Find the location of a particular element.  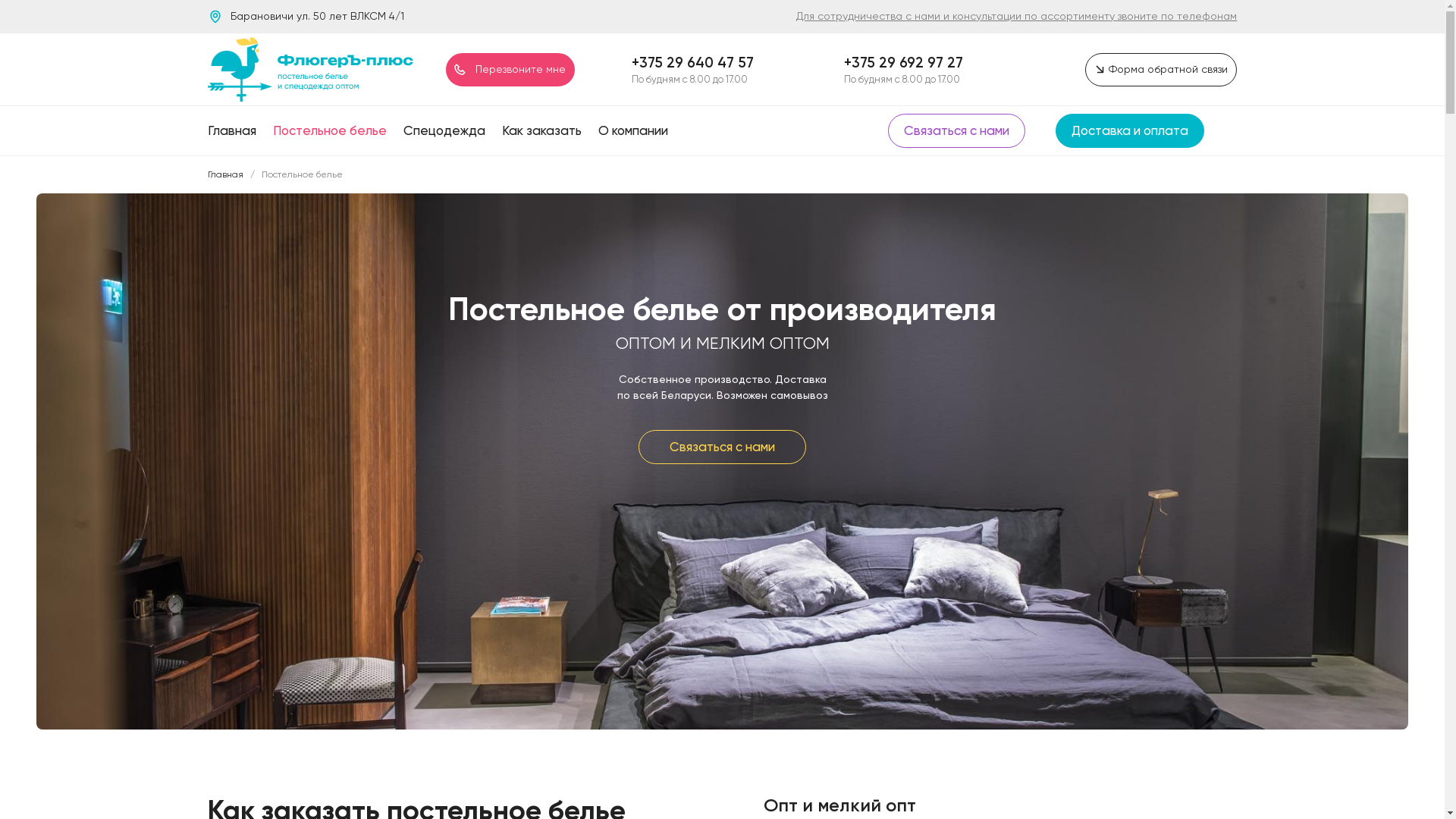

'+375 29 692 97 27' is located at coordinates (903, 61).